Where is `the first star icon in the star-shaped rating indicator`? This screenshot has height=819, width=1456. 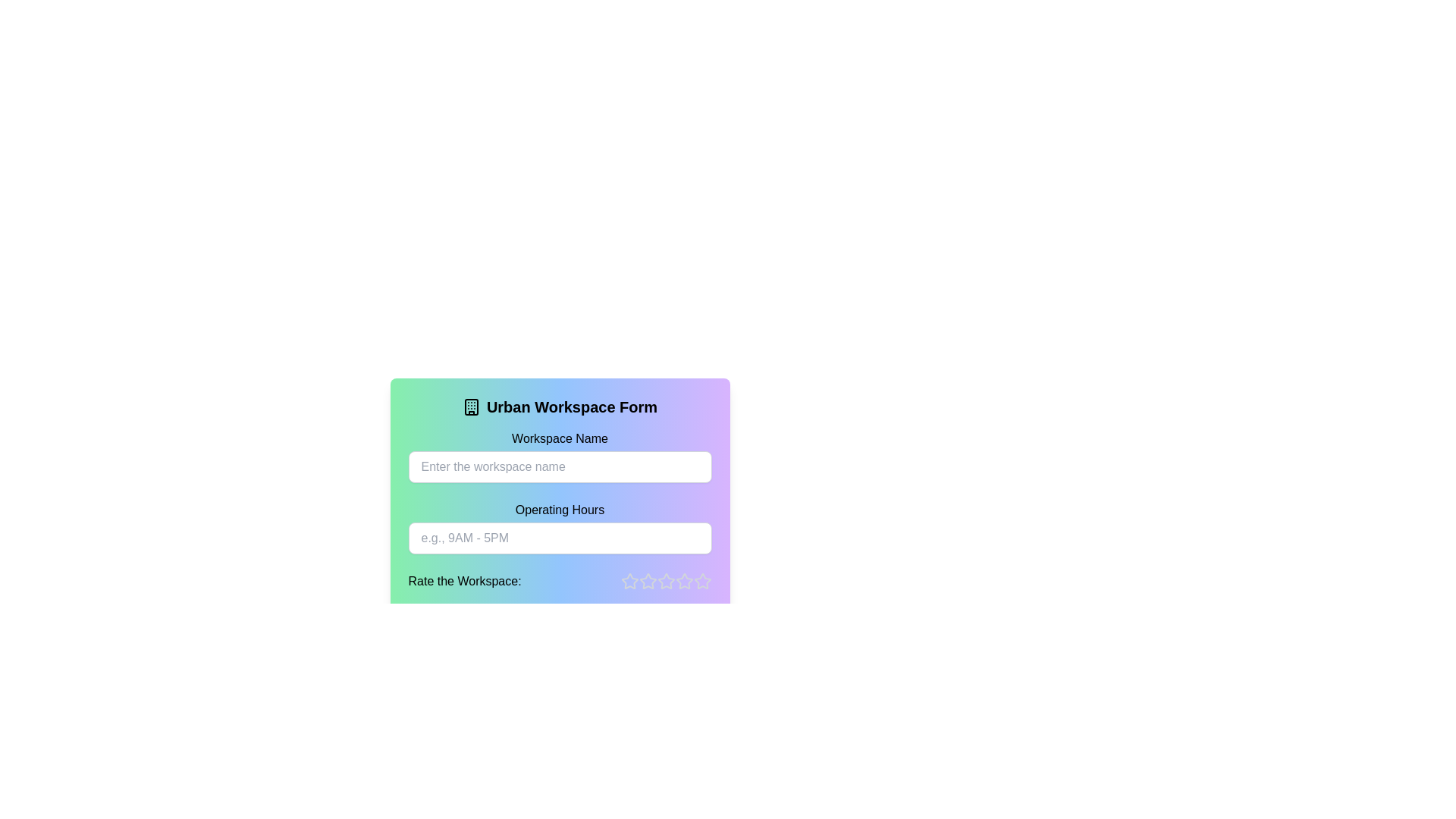 the first star icon in the star-shaped rating indicator is located at coordinates (629, 581).